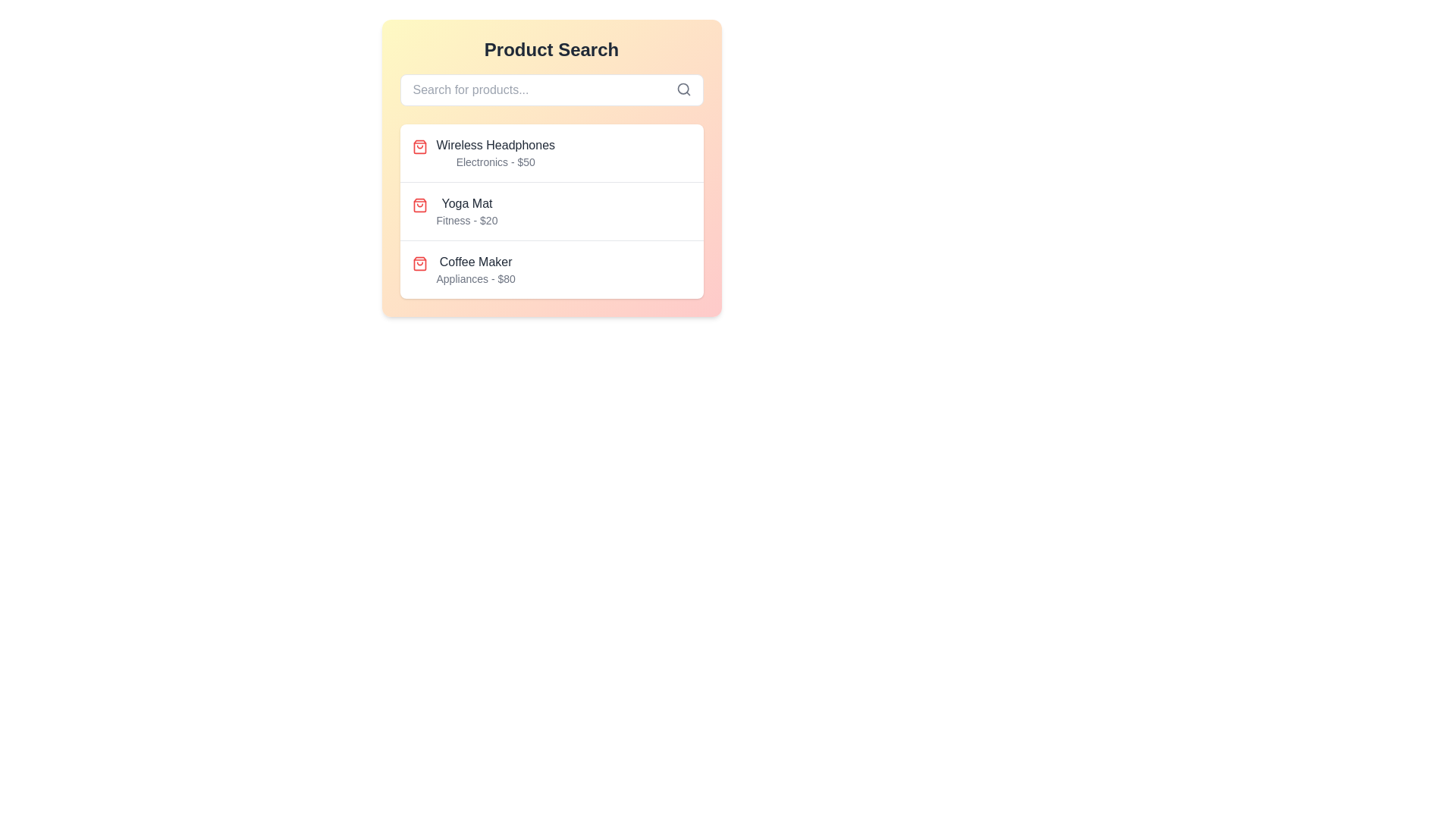 The width and height of the screenshot is (1456, 819). I want to click on the text label displaying 'Electronics - $50', which is styled in gray and located below 'Wireless Headphones', so click(495, 162).